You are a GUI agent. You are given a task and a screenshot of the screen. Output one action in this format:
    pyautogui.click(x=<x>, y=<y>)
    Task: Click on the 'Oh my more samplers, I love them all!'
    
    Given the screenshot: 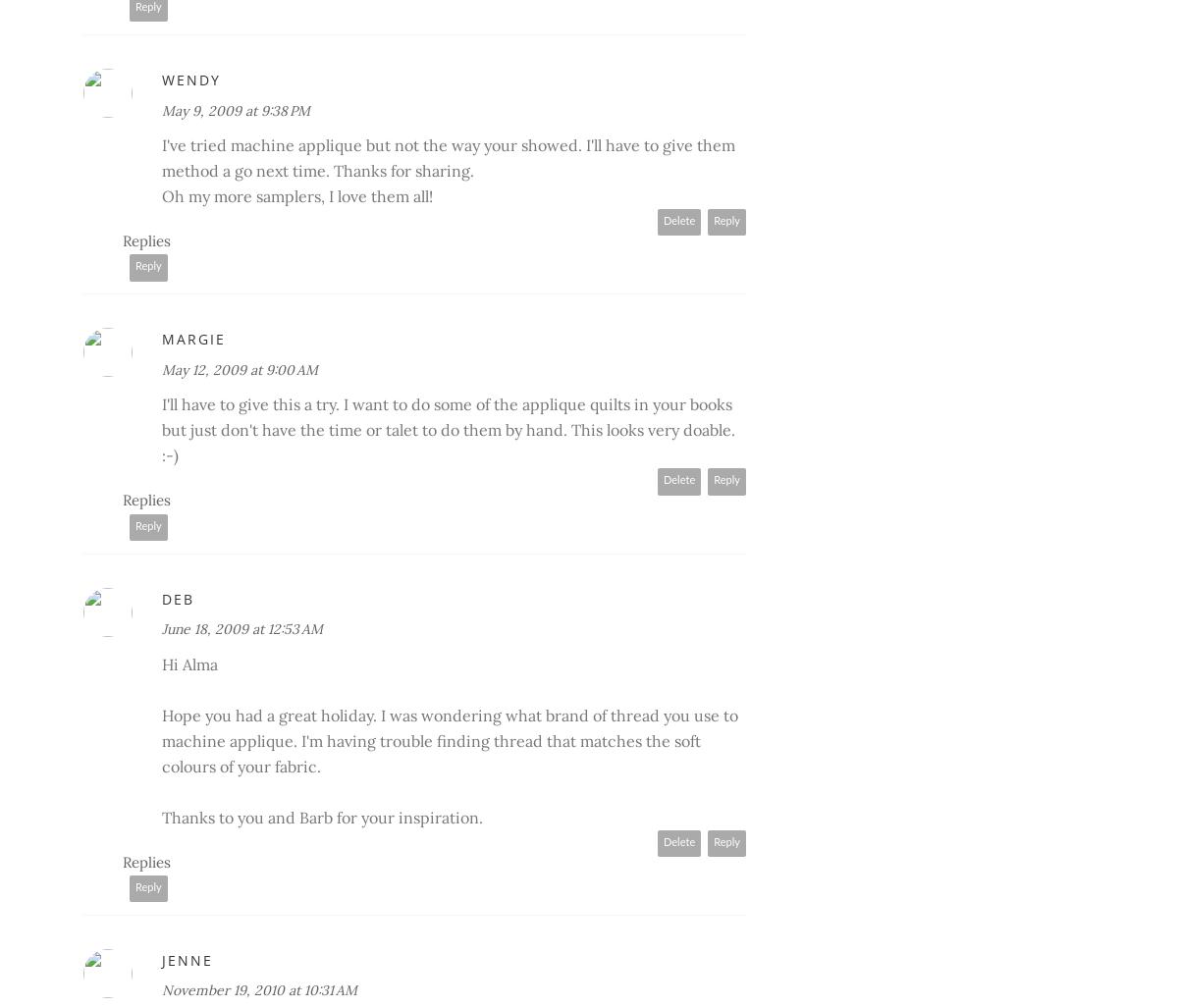 What is the action you would take?
    pyautogui.click(x=297, y=194)
    